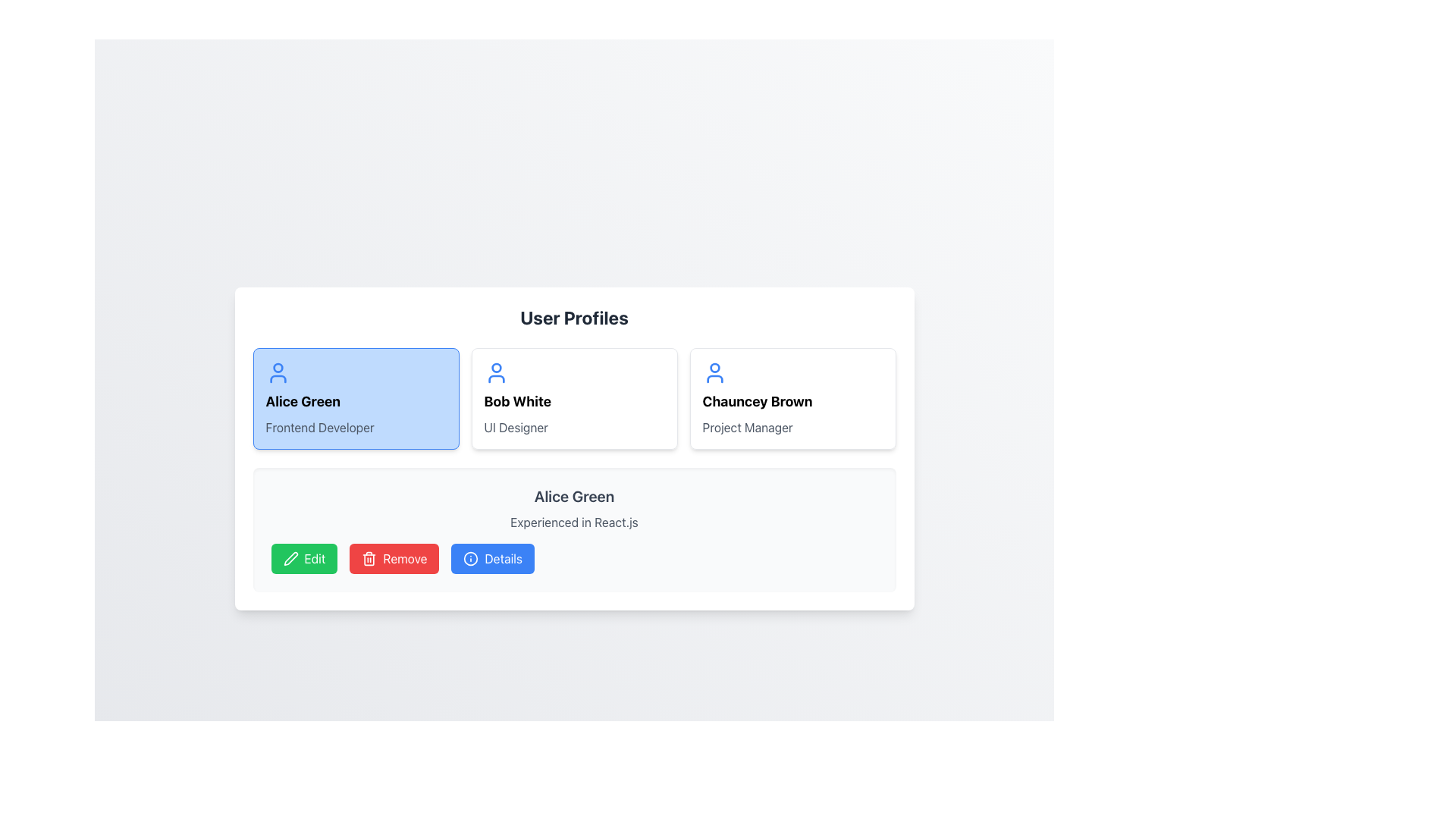 The height and width of the screenshot is (819, 1456). Describe the element at coordinates (493, 558) in the screenshot. I see `the 'Details' button, which is the third button in a row of three, featuring a blue background and white text with an information icon` at that location.